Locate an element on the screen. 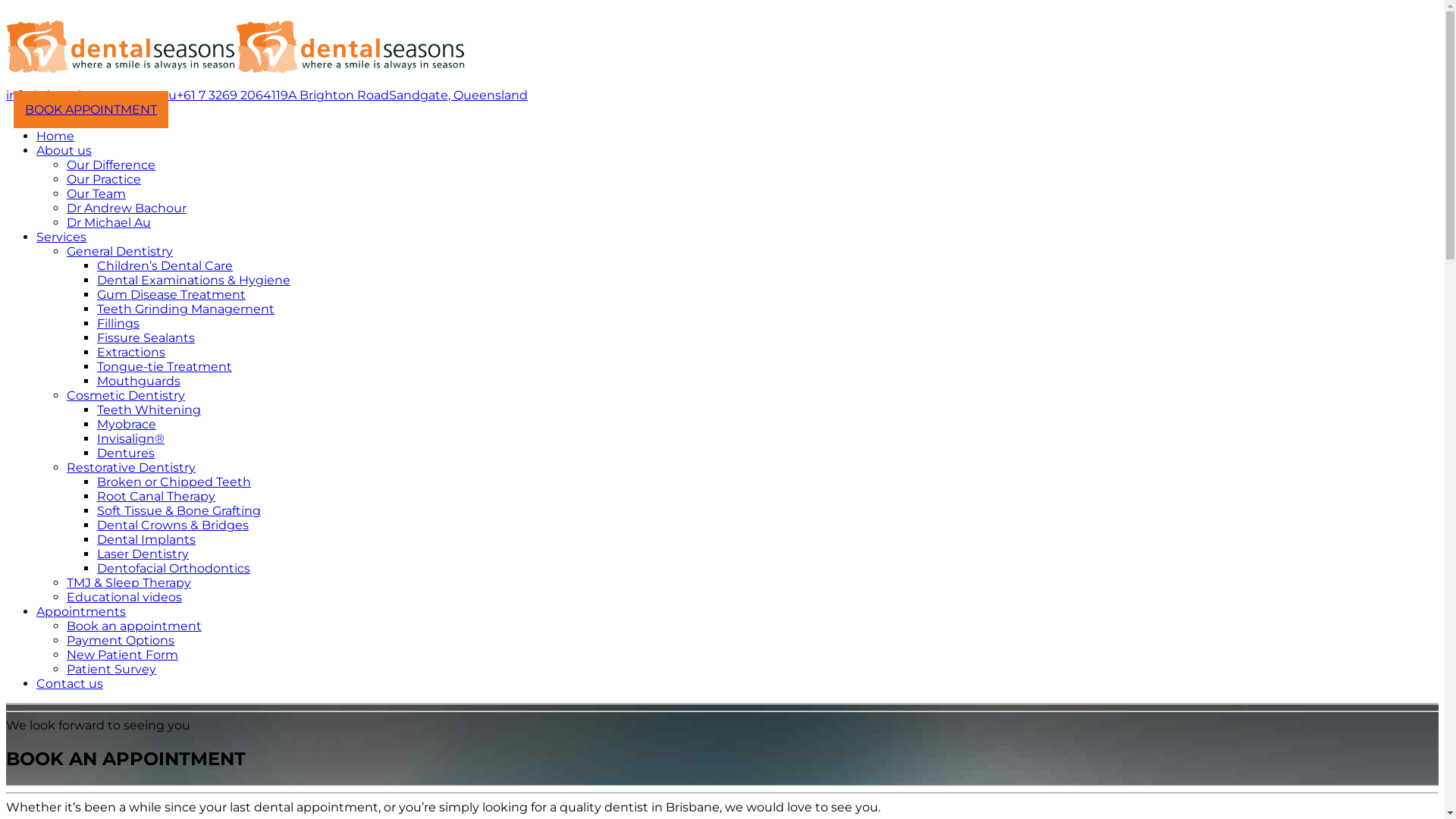 This screenshot has height=819, width=1456. 'Dr Andrew Bachour' is located at coordinates (127, 208).